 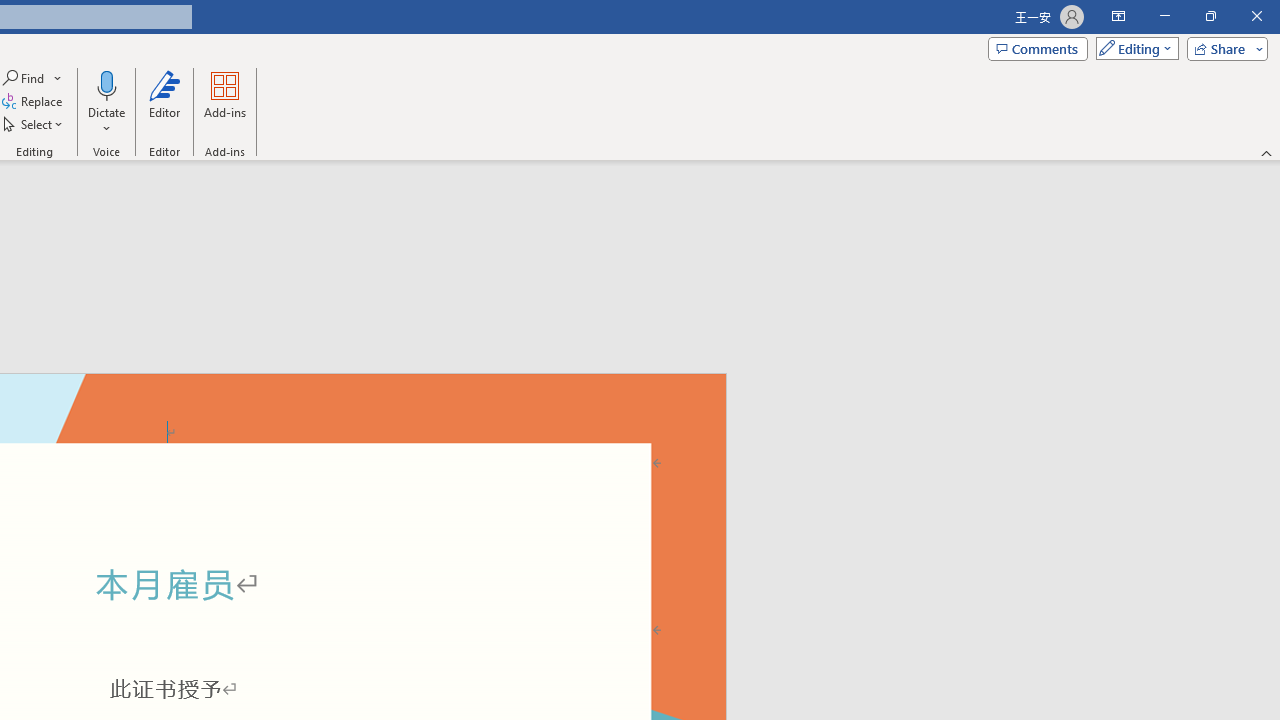 I want to click on 'More Options', so click(x=105, y=121).